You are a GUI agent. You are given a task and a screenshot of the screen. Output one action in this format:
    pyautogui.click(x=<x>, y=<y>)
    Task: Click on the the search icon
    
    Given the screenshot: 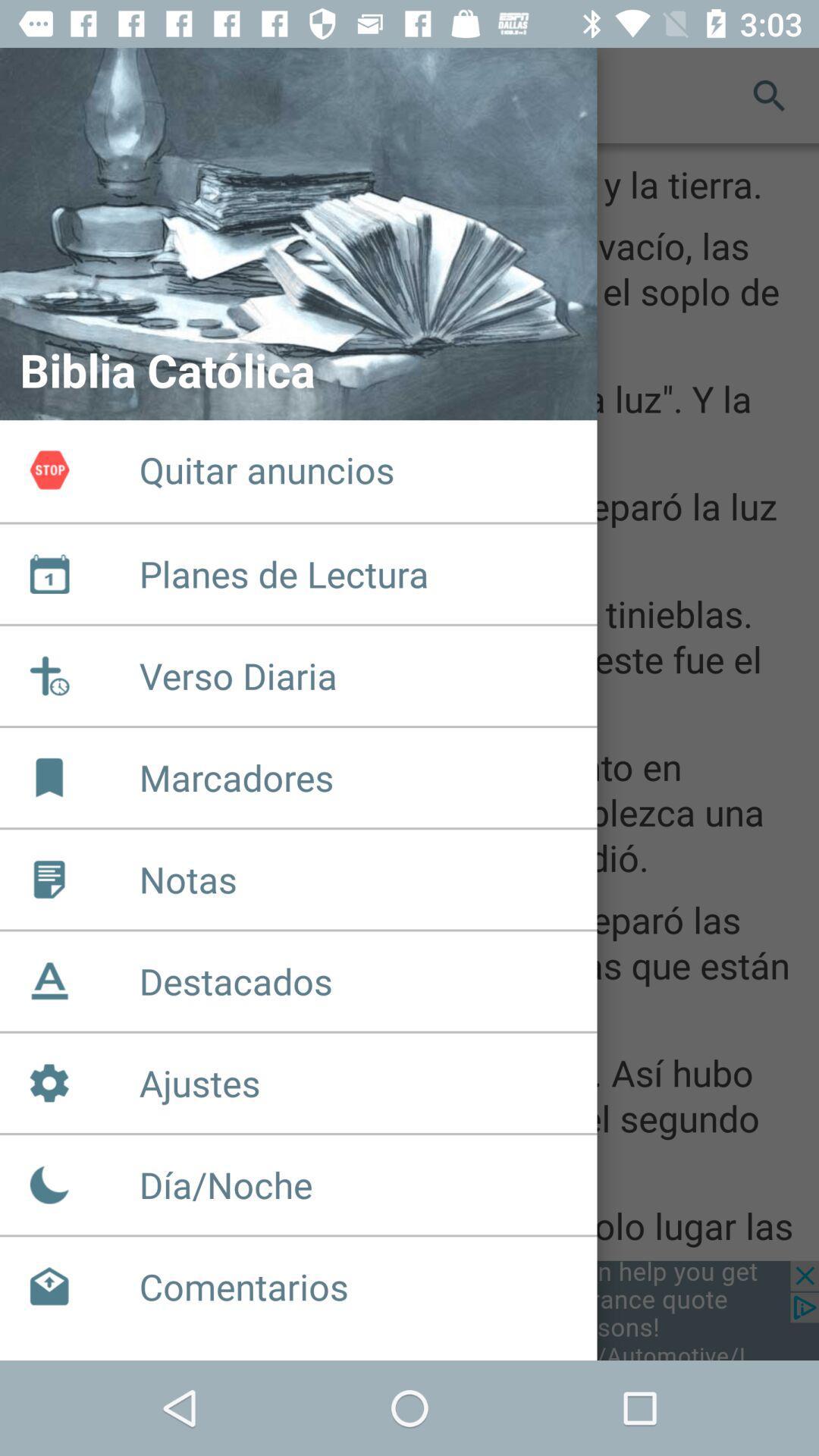 What is the action you would take?
    pyautogui.click(x=769, y=94)
    